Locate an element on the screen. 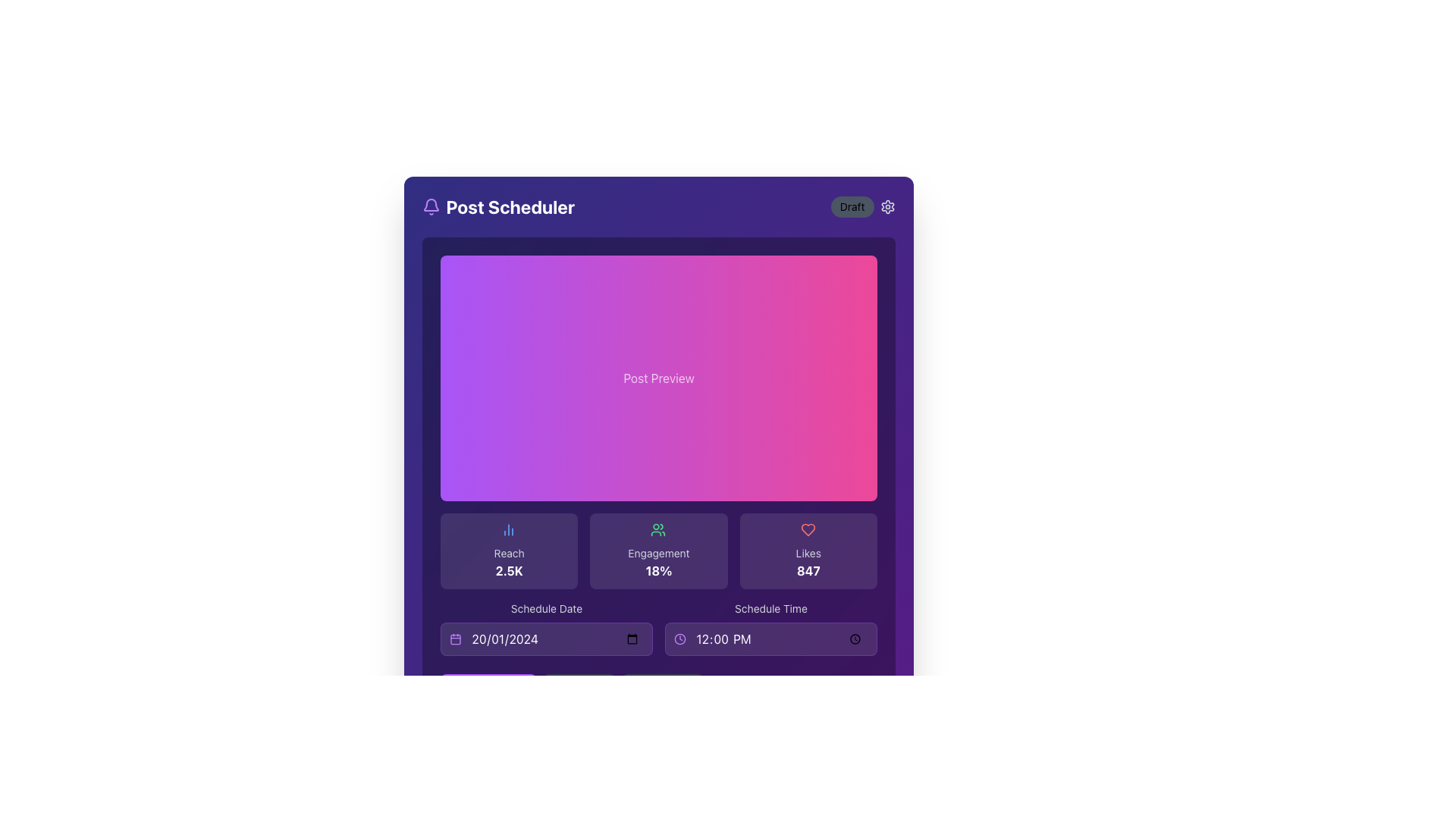 This screenshot has width=1456, height=819. the Date input field styled with a purple background and border, containing the date value '20/01/2024', located near the bottom-left of the 'Schedule Date' section is located at coordinates (546, 639).